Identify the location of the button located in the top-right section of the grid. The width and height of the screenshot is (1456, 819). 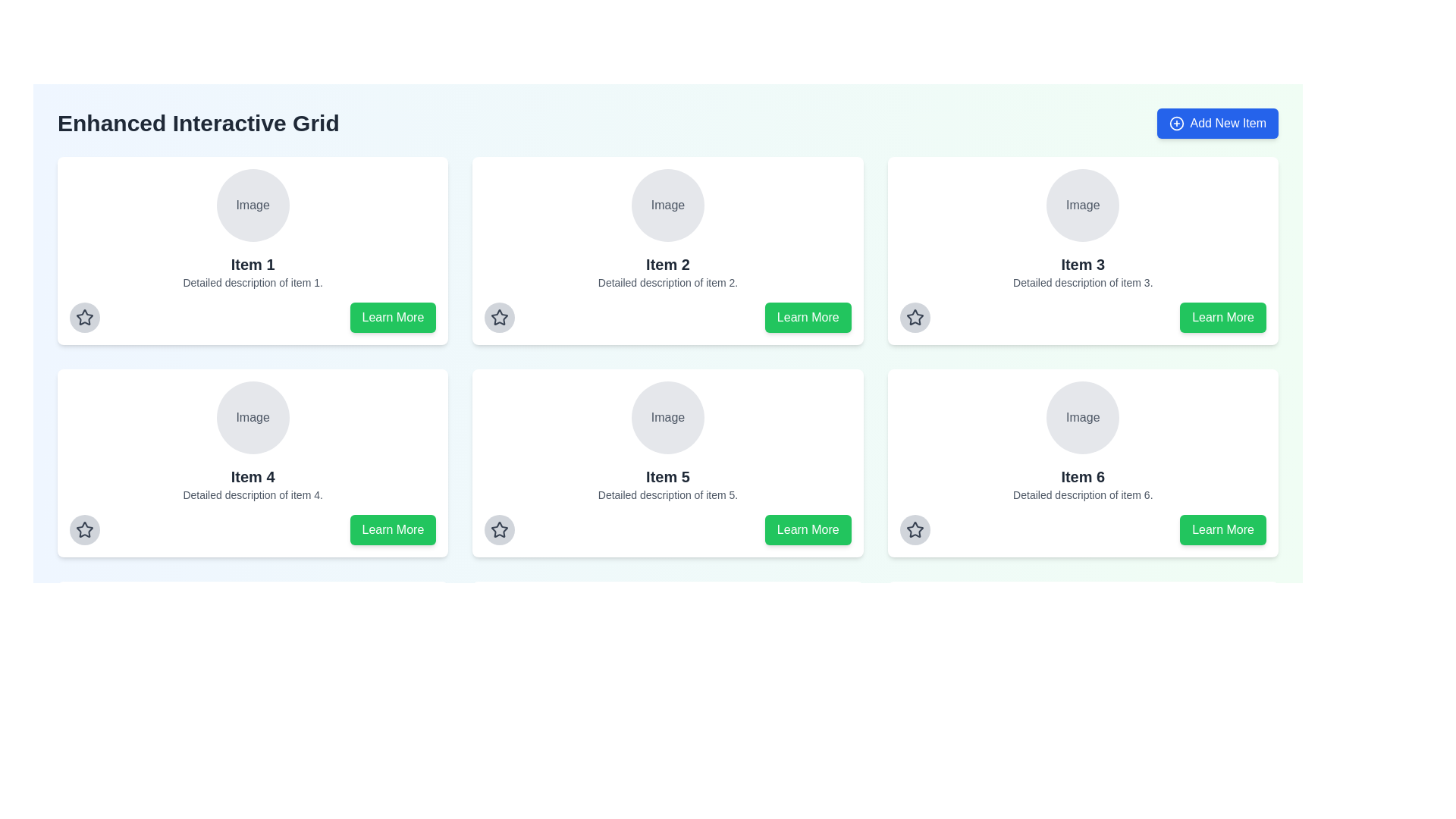
(1222, 317).